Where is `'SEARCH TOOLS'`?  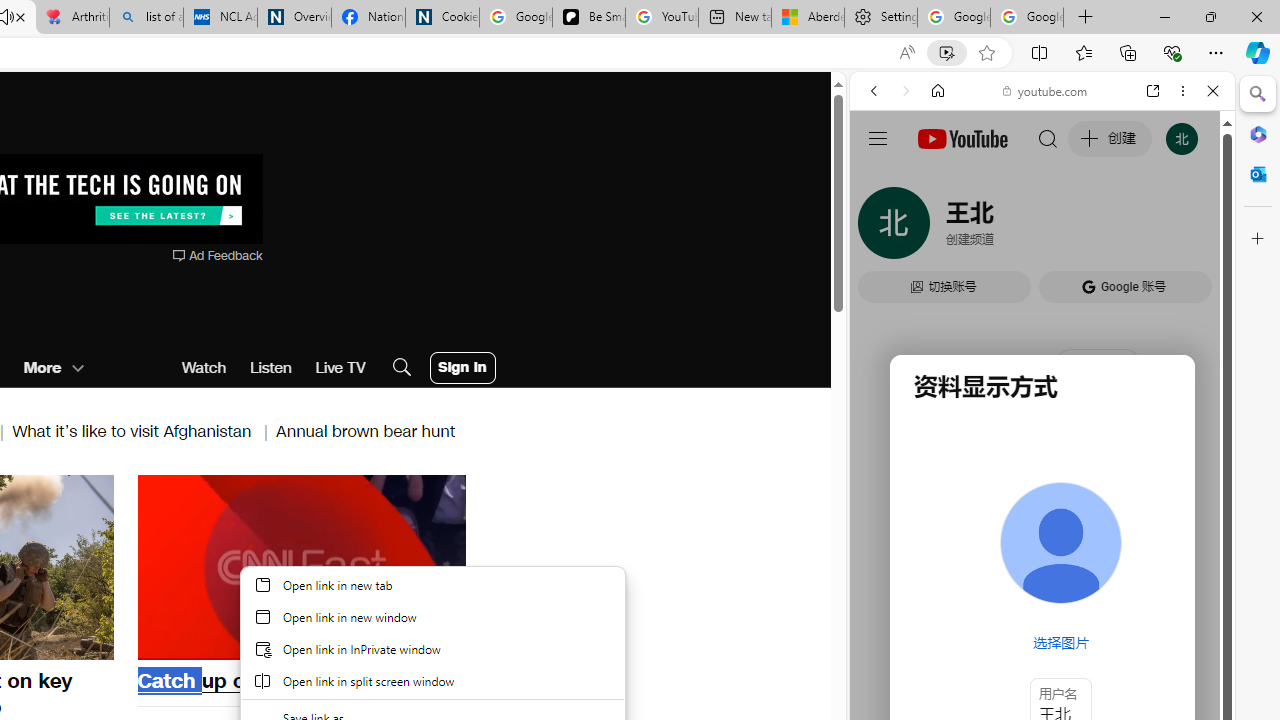 'SEARCH TOOLS' is located at coordinates (1092, 227).